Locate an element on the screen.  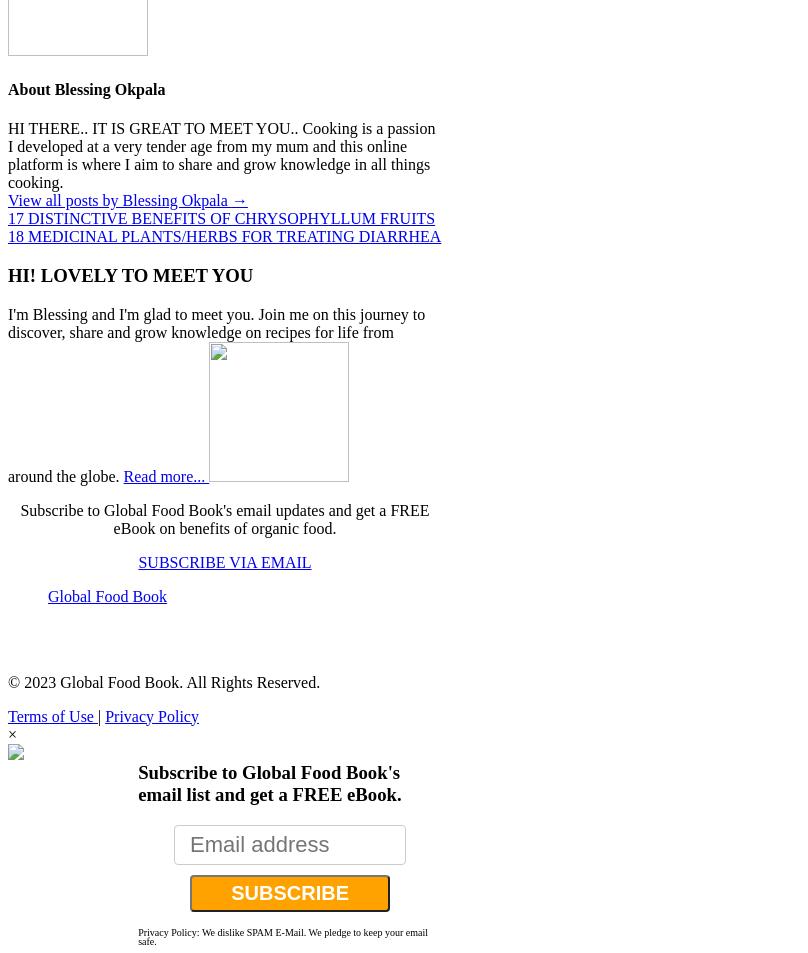
'Terms of Use' is located at coordinates (52, 715).